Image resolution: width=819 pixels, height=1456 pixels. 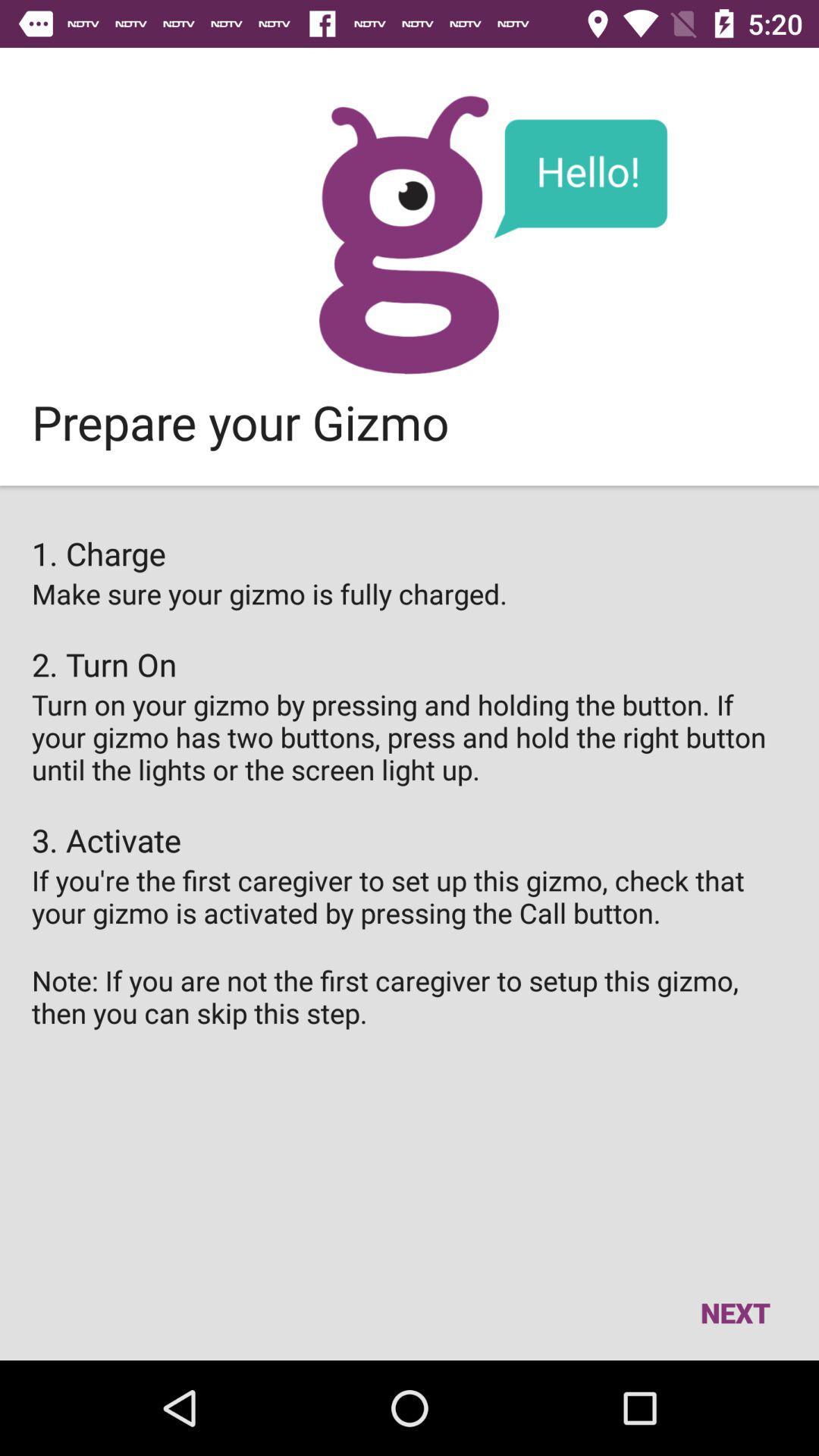 I want to click on item below the note if you item, so click(x=734, y=1312).